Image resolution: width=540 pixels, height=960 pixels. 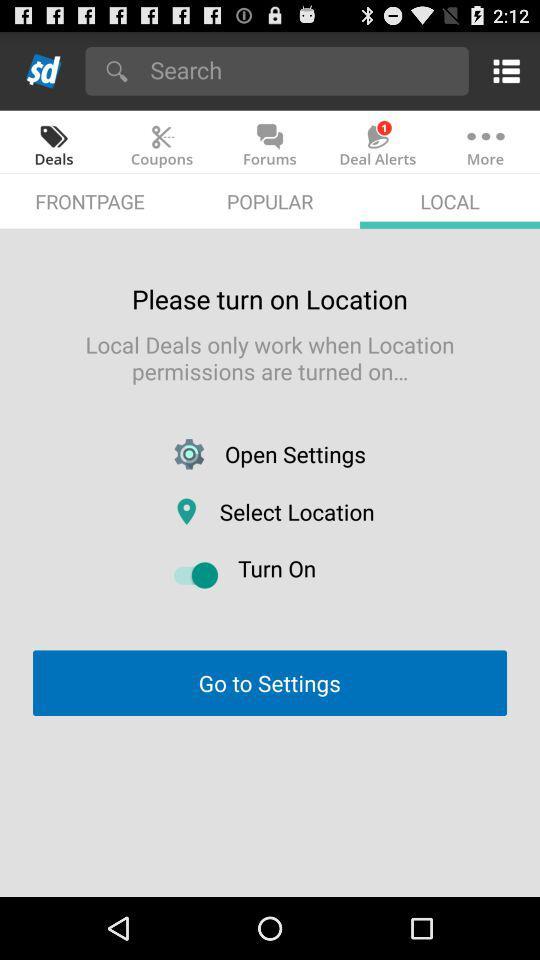 I want to click on the drop down, so click(x=302, y=69).